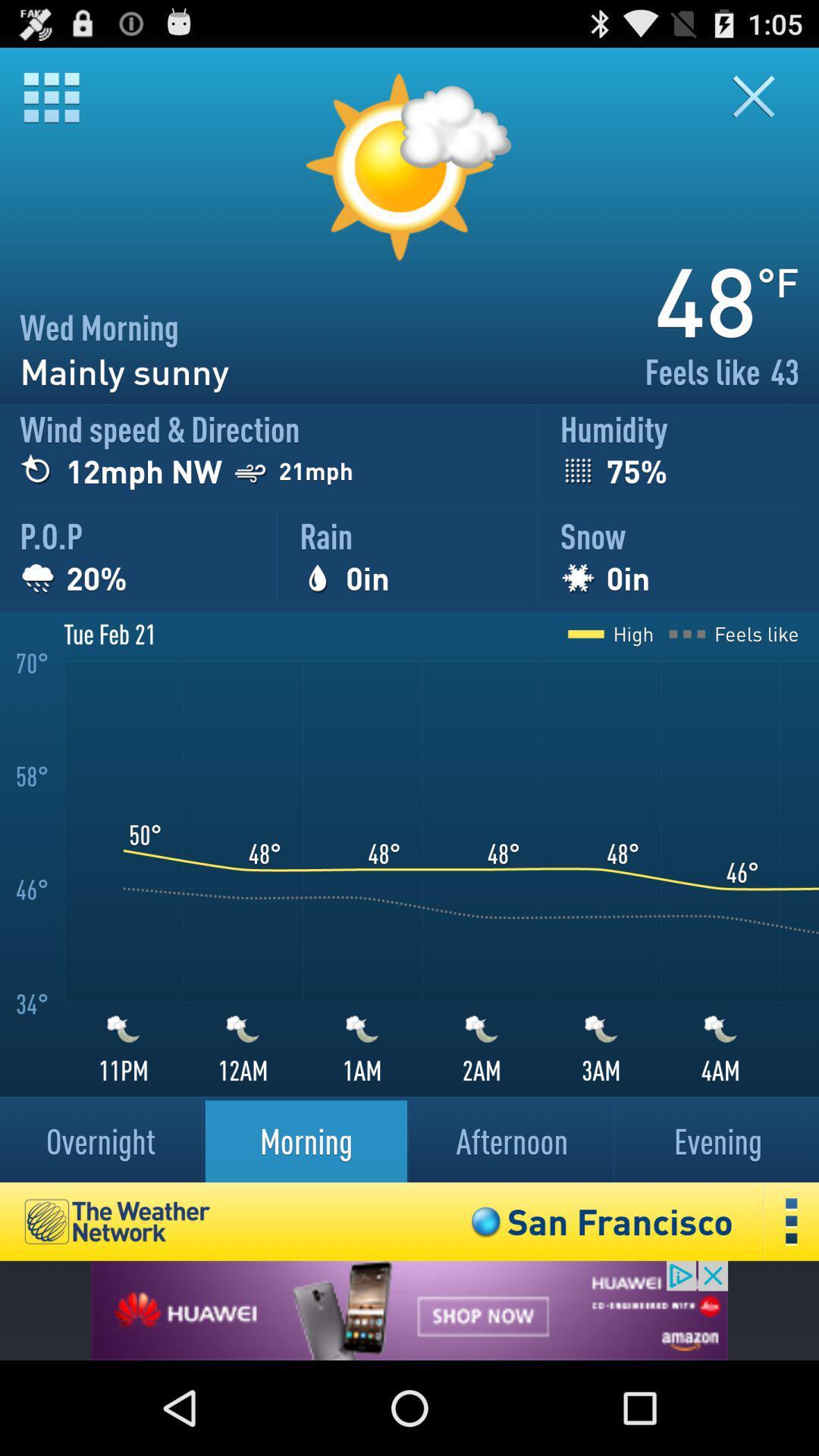 The height and width of the screenshot is (1456, 819). What do you see at coordinates (50, 96) in the screenshot?
I see `the menu box` at bounding box center [50, 96].